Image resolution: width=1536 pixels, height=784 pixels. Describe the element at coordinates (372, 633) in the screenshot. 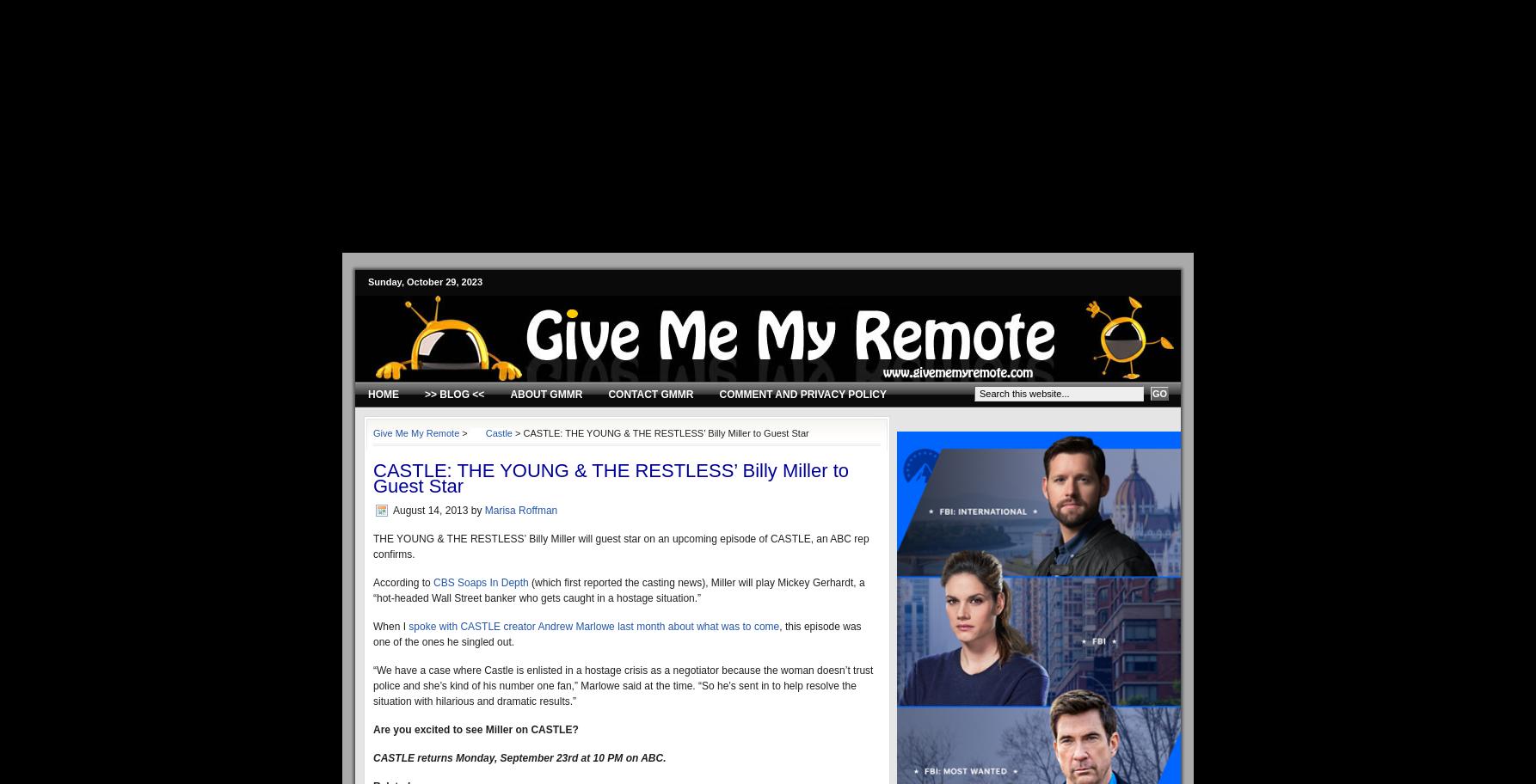

I see `', this episode was one of the ones he singled out.'` at that location.